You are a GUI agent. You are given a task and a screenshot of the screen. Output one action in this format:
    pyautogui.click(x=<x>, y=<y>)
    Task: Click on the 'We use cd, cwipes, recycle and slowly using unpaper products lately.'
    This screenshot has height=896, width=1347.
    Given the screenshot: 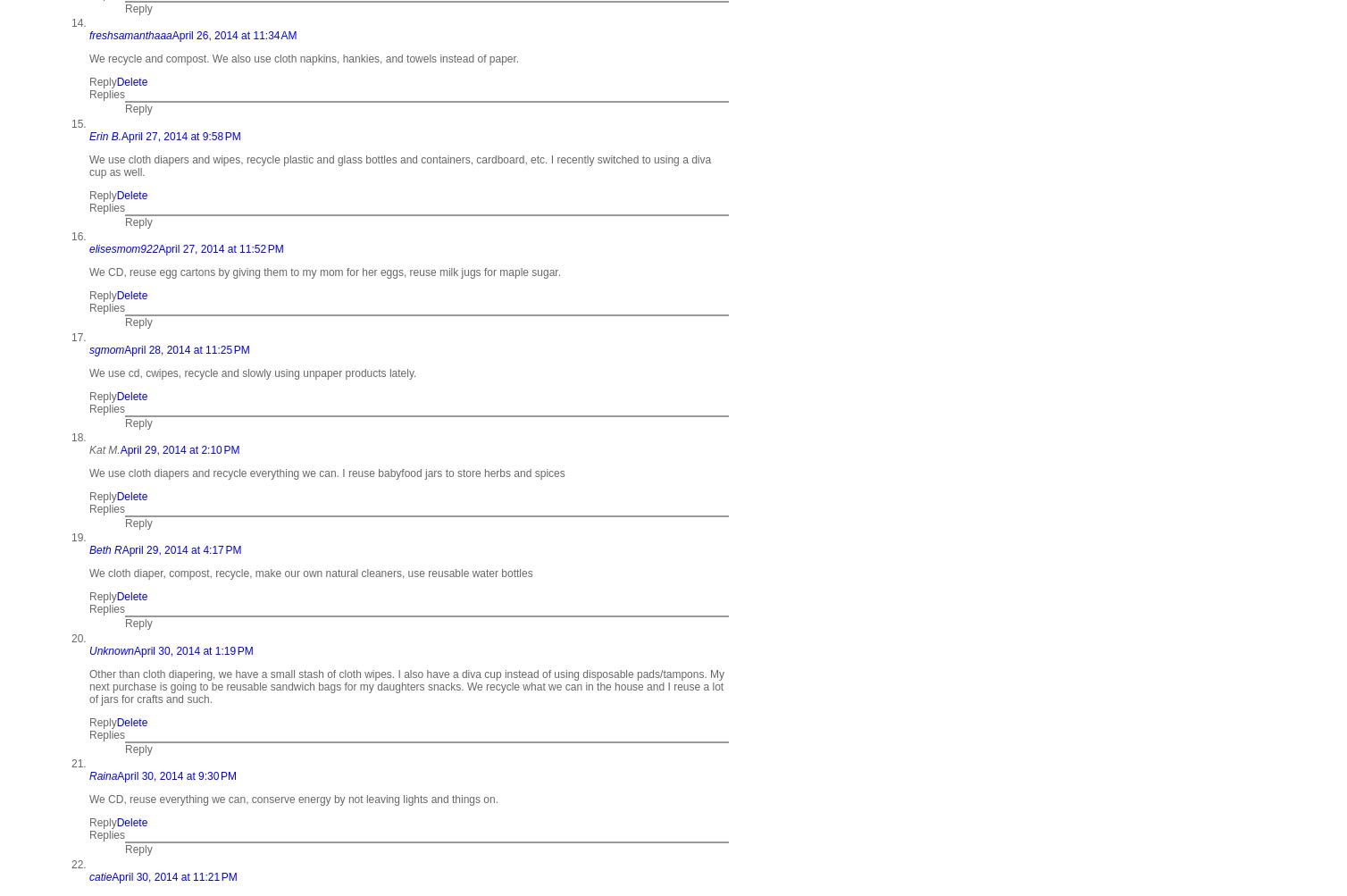 What is the action you would take?
    pyautogui.click(x=252, y=373)
    